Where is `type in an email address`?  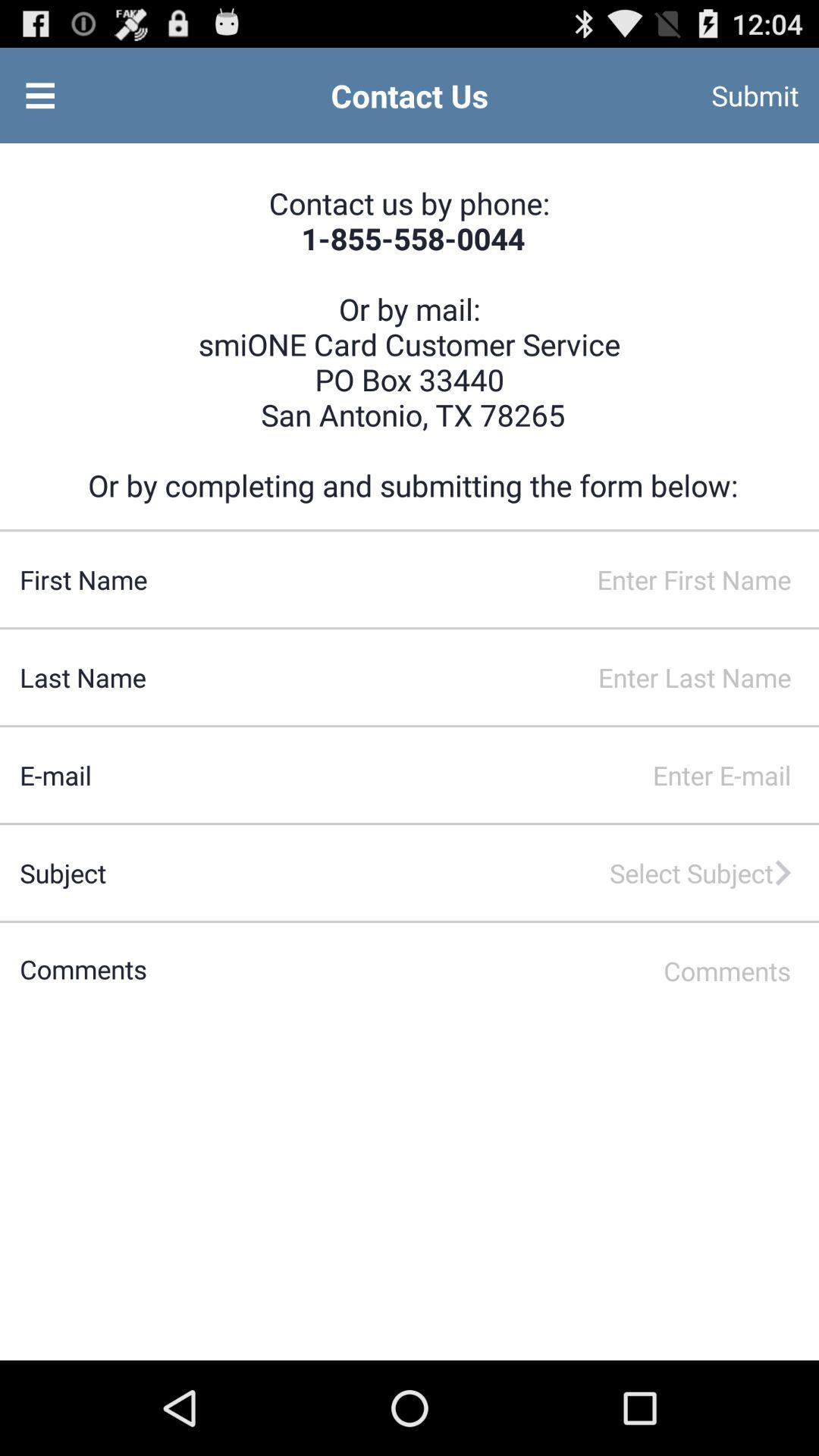
type in an email address is located at coordinates (454, 775).